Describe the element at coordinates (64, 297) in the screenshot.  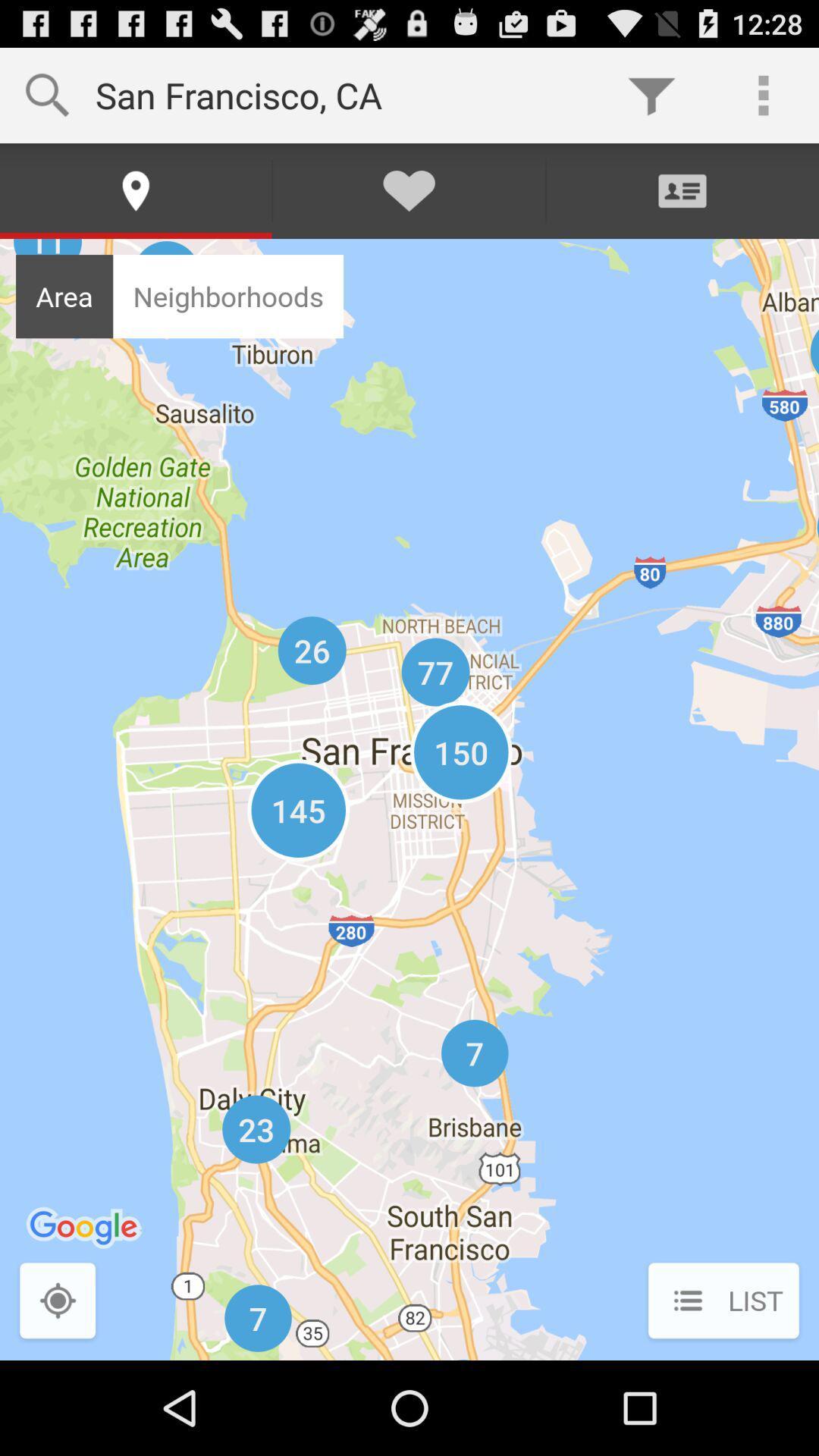
I see `area item` at that location.